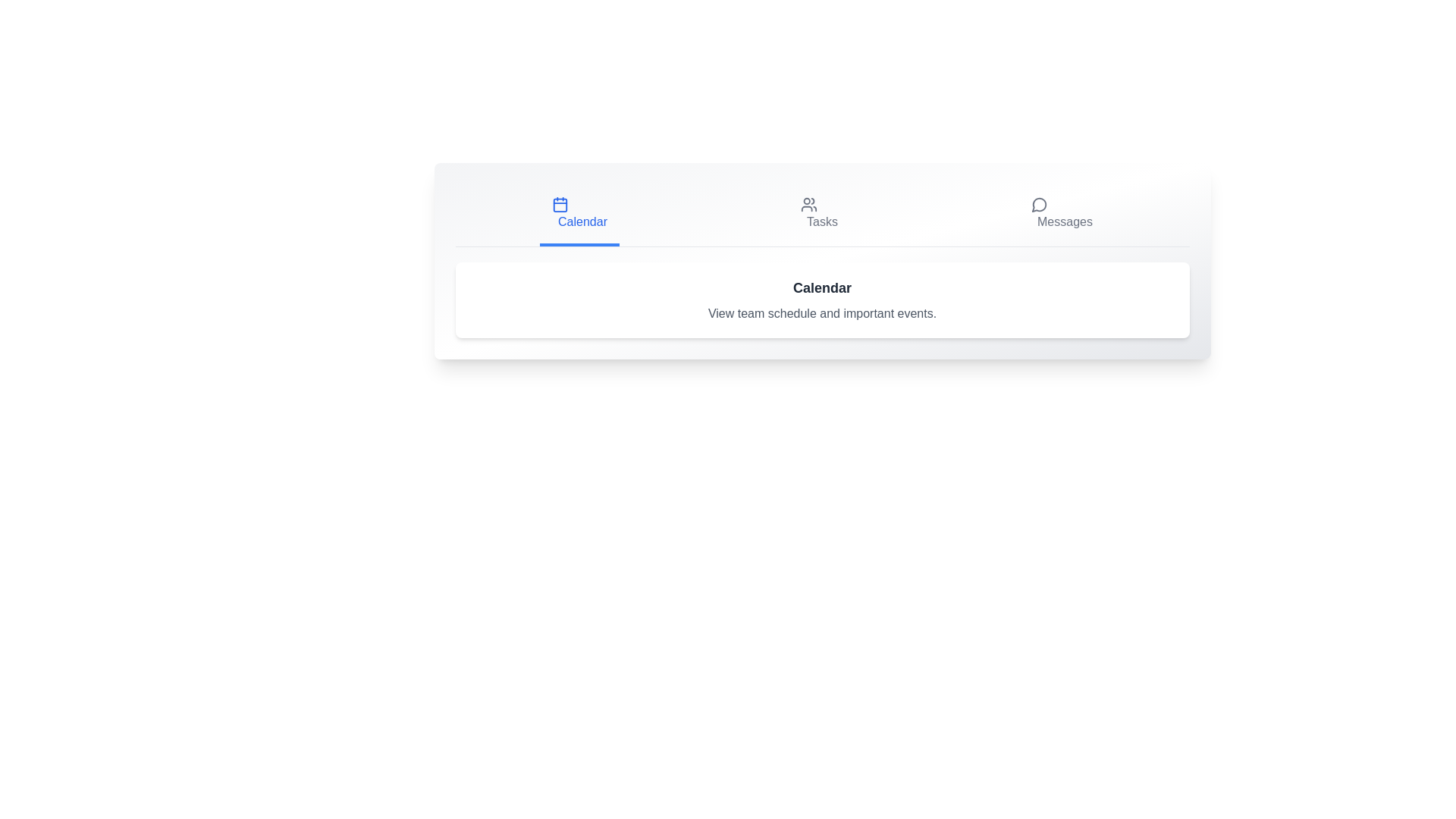  I want to click on the Tasks tab, so click(818, 213).